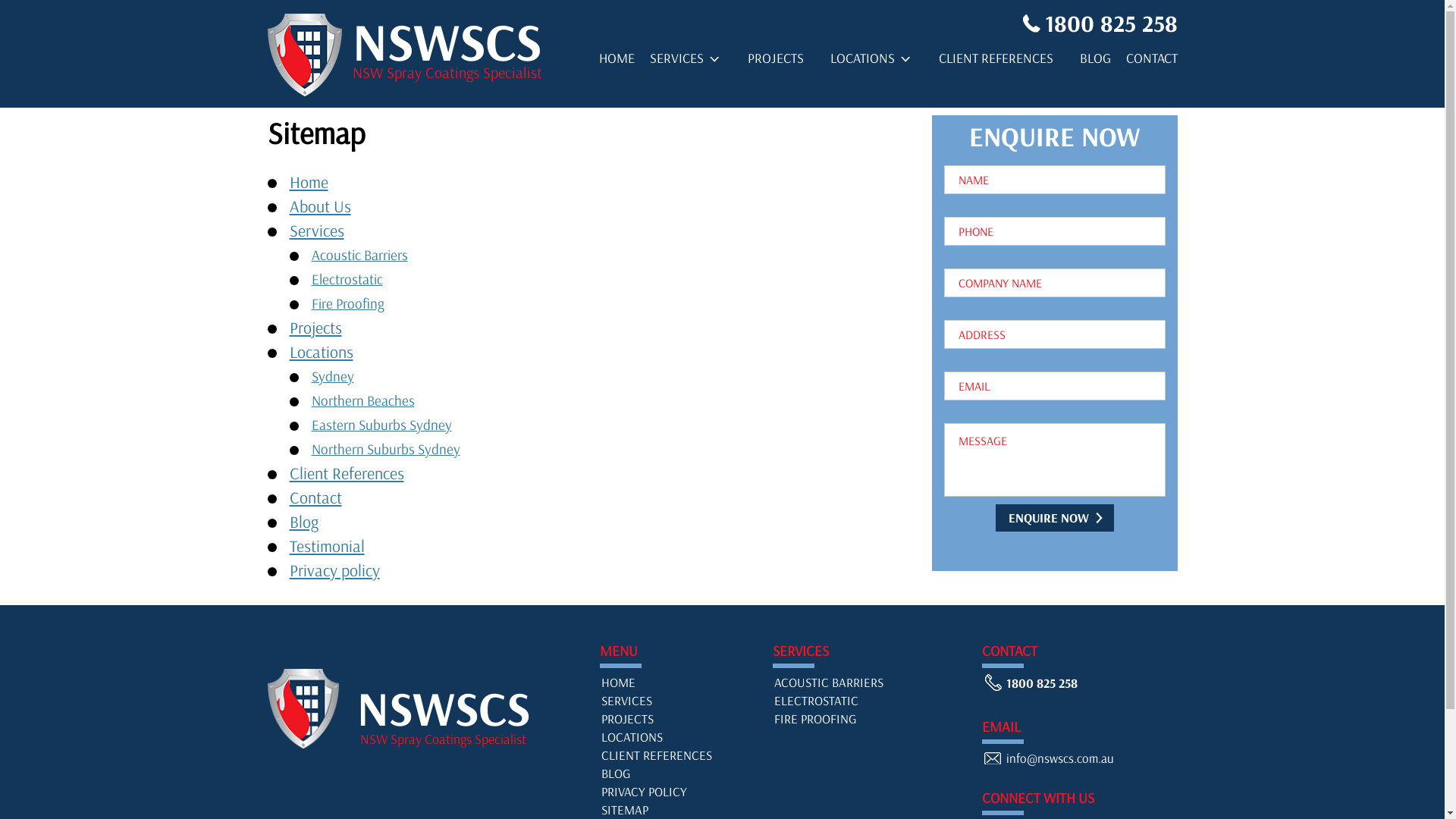  I want to click on 'Sydney', so click(340, 375).